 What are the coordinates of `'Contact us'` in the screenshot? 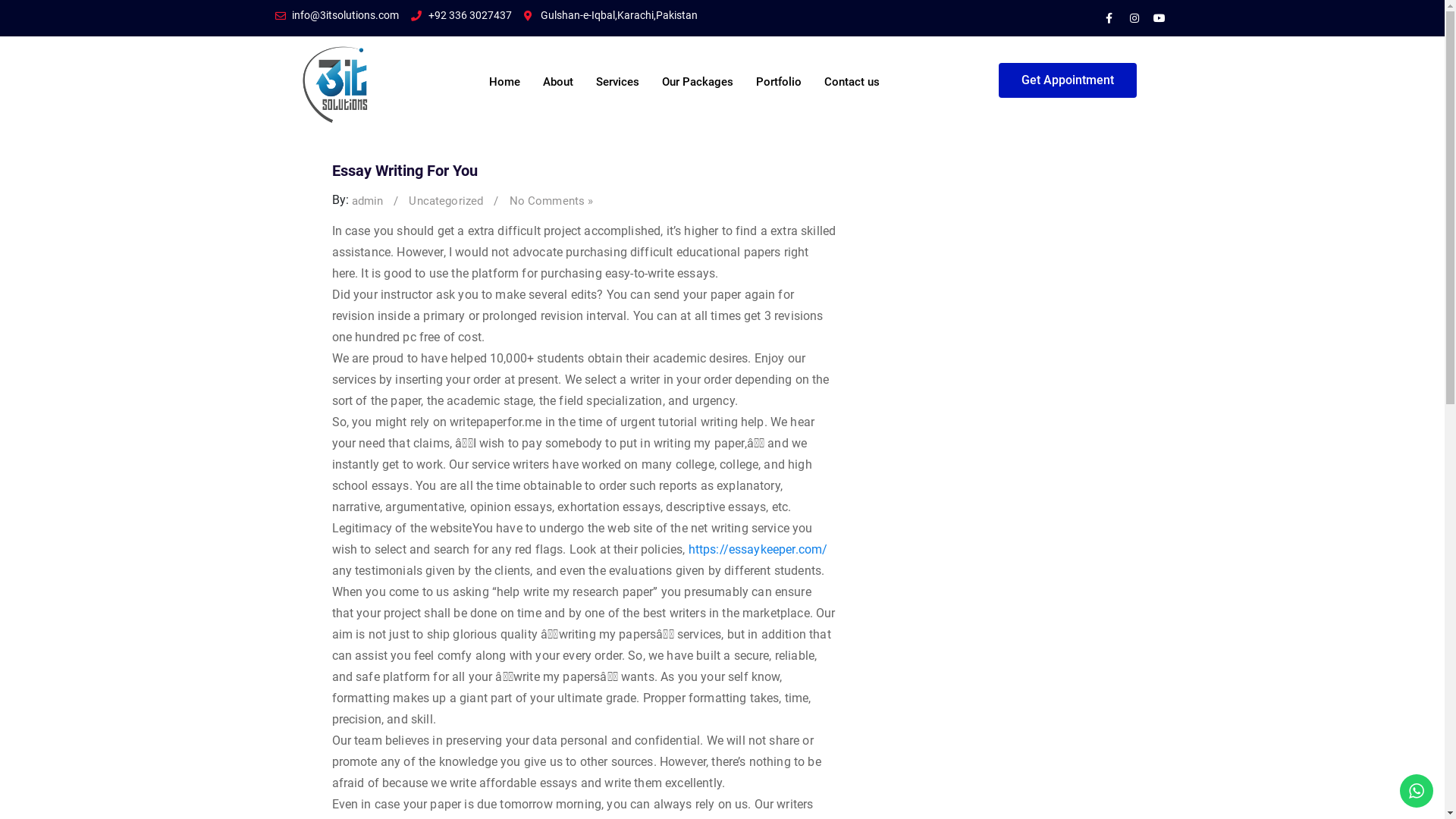 It's located at (852, 74).